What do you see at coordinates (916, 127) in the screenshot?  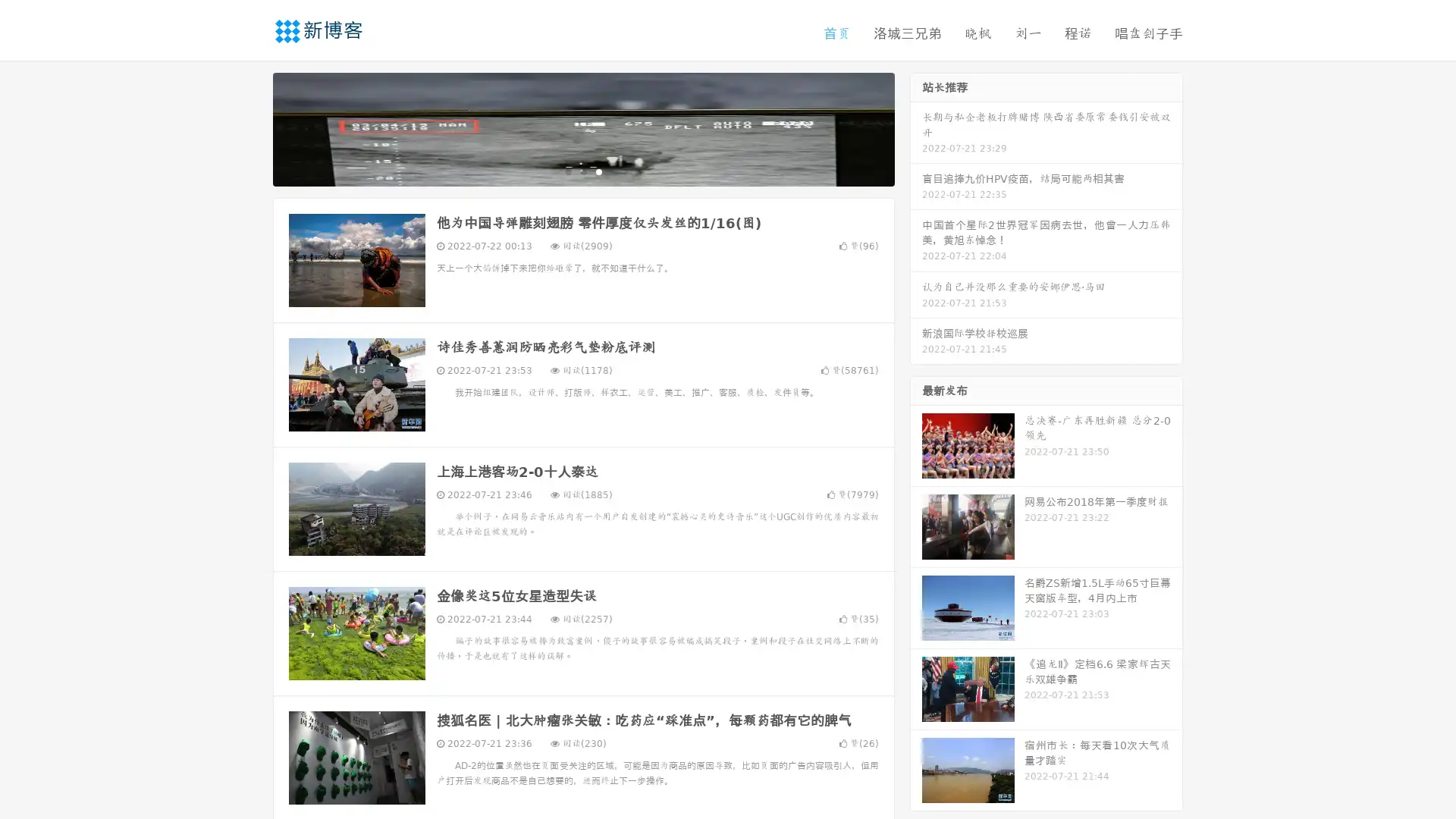 I see `Next slide` at bounding box center [916, 127].